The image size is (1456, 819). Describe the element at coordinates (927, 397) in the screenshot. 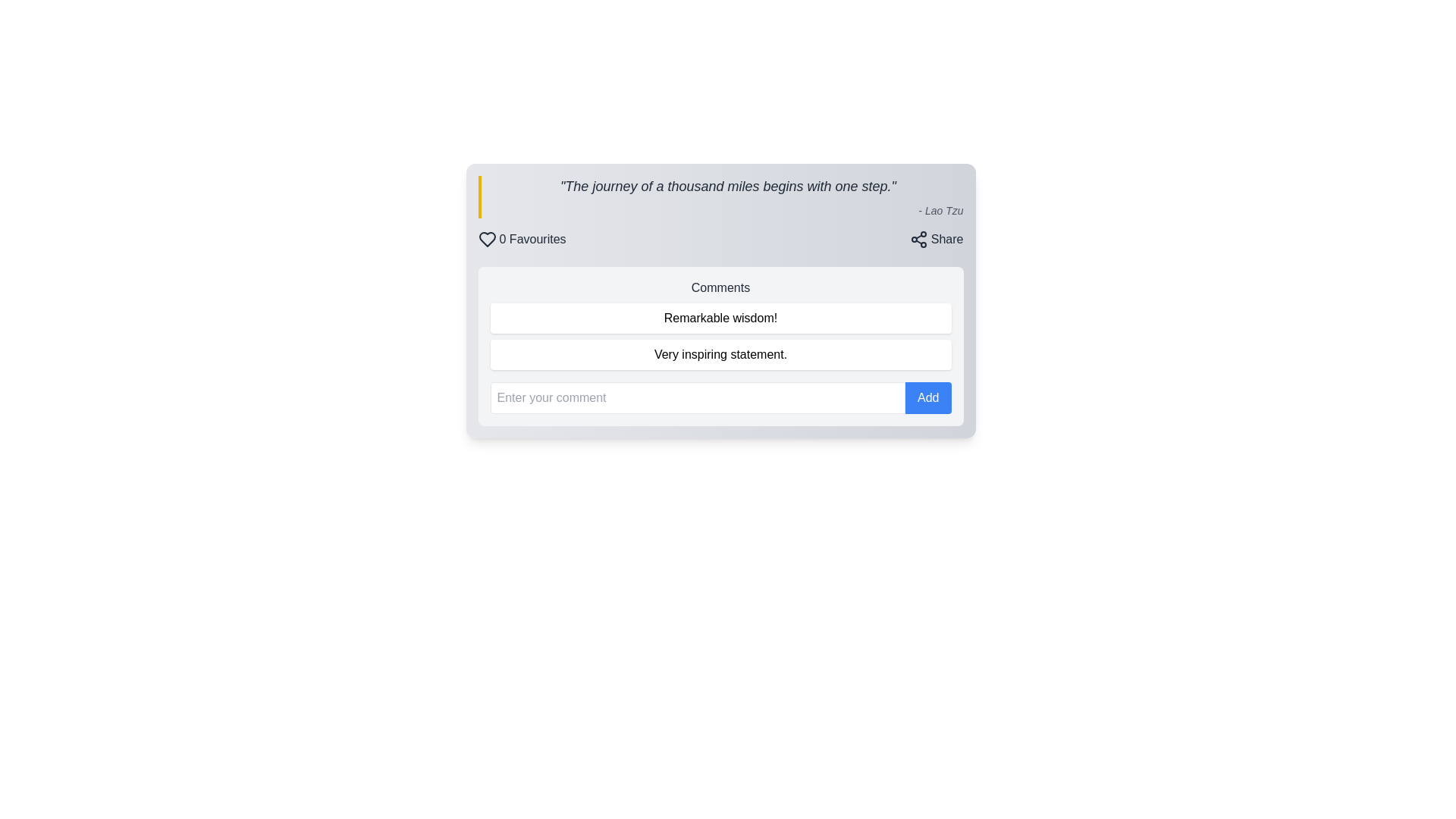

I see `the 'Add' button with a blue background and white text` at that location.